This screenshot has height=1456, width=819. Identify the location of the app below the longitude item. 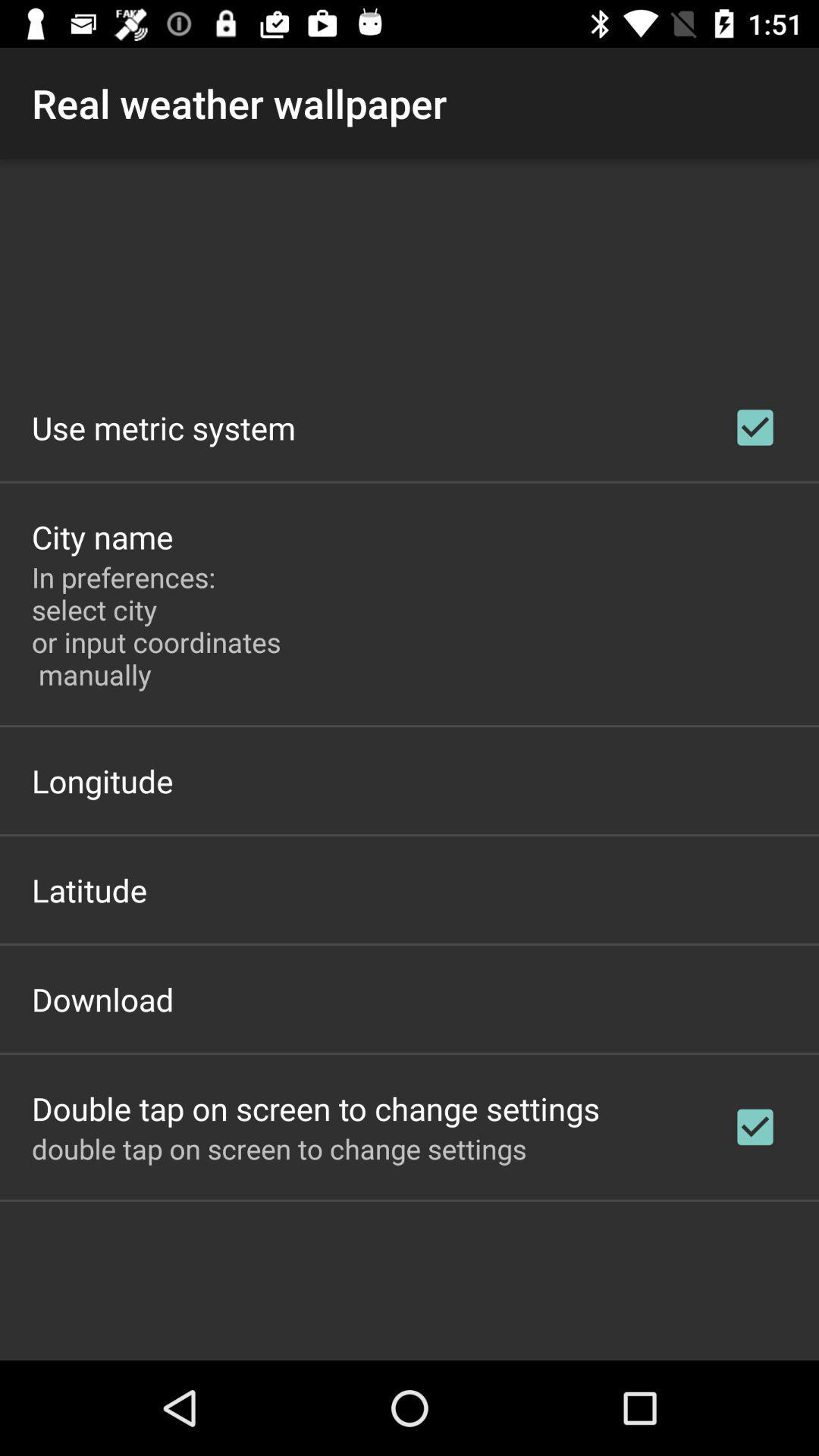
(89, 890).